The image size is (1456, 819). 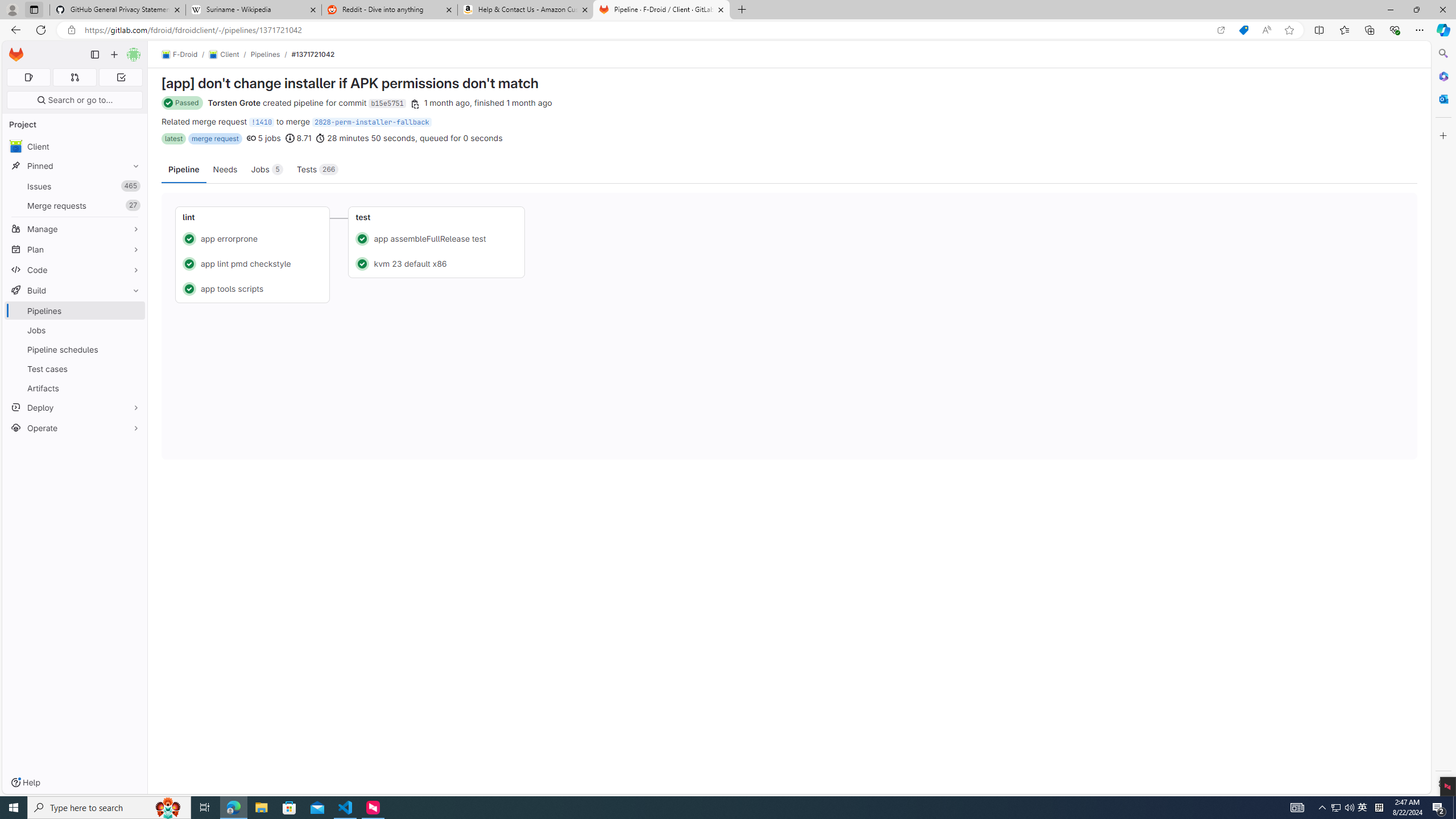 What do you see at coordinates (390, 9) in the screenshot?
I see `'Reddit - Dive into anything'` at bounding box center [390, 9].